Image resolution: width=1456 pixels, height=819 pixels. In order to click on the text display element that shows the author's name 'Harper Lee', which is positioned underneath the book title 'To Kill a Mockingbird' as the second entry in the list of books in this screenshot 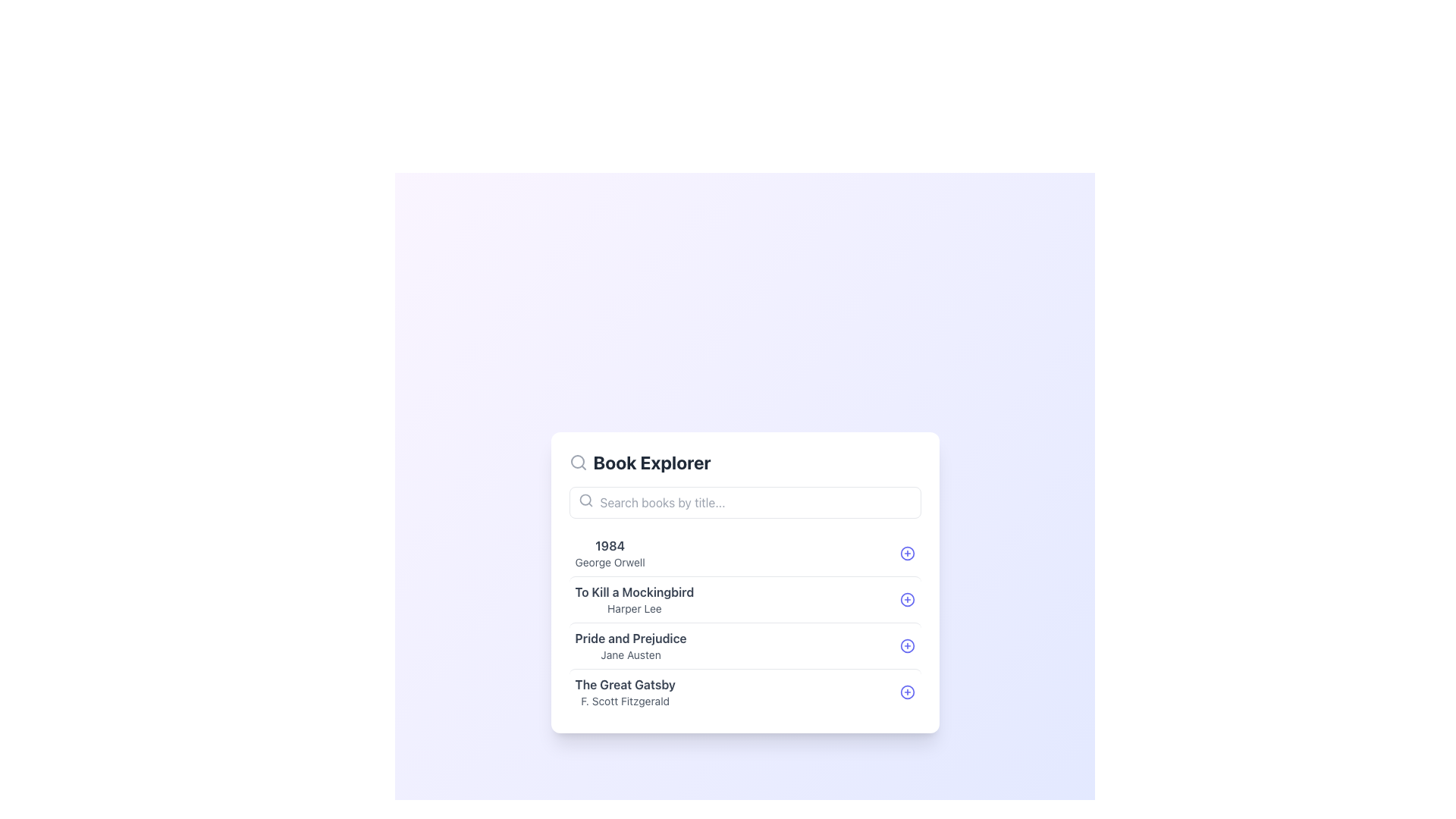, I will do `click(634, 607)`.